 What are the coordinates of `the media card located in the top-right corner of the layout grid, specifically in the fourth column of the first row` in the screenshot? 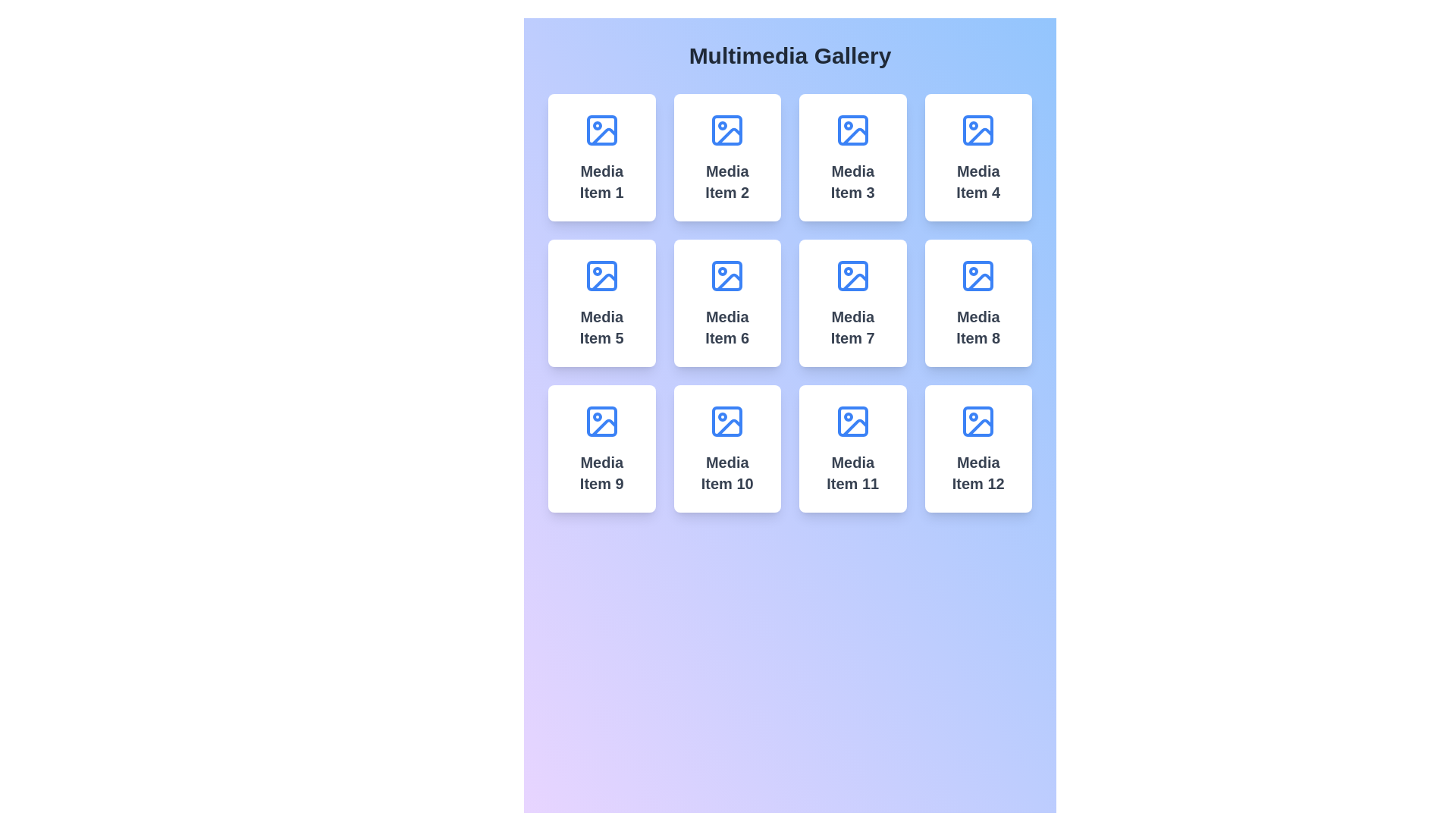 It's located at (978, 158).